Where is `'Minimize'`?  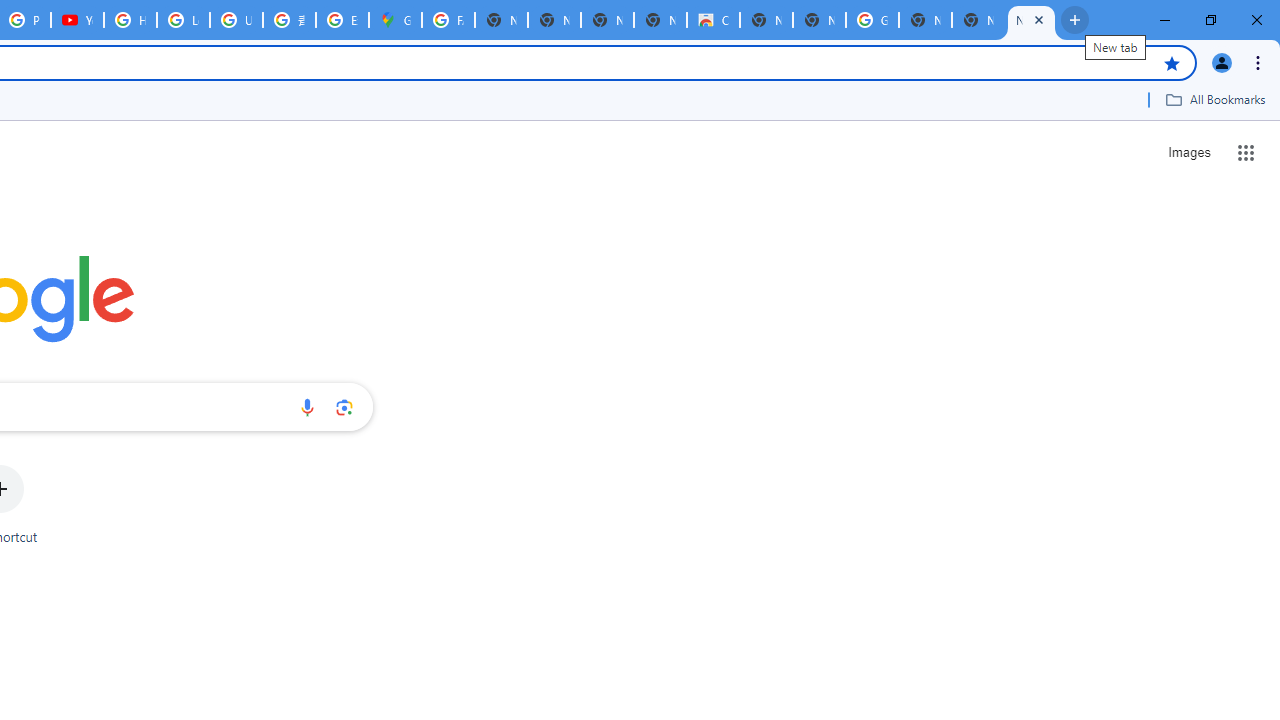
'Minimize' is located at coordinates (1165, 20).